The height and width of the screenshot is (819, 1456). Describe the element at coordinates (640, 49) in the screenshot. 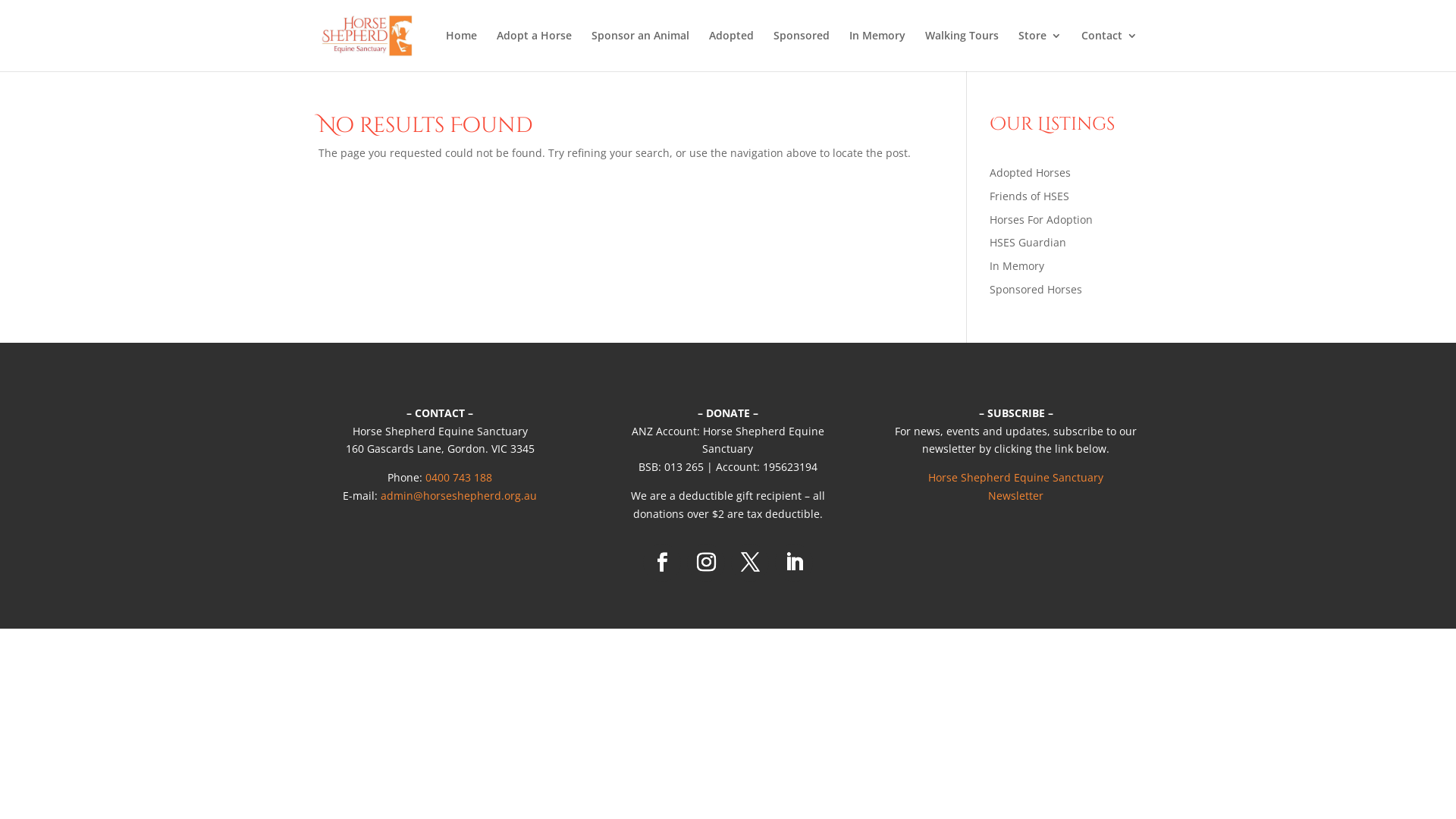

I see `'Sponsor an Animal'` at that location.